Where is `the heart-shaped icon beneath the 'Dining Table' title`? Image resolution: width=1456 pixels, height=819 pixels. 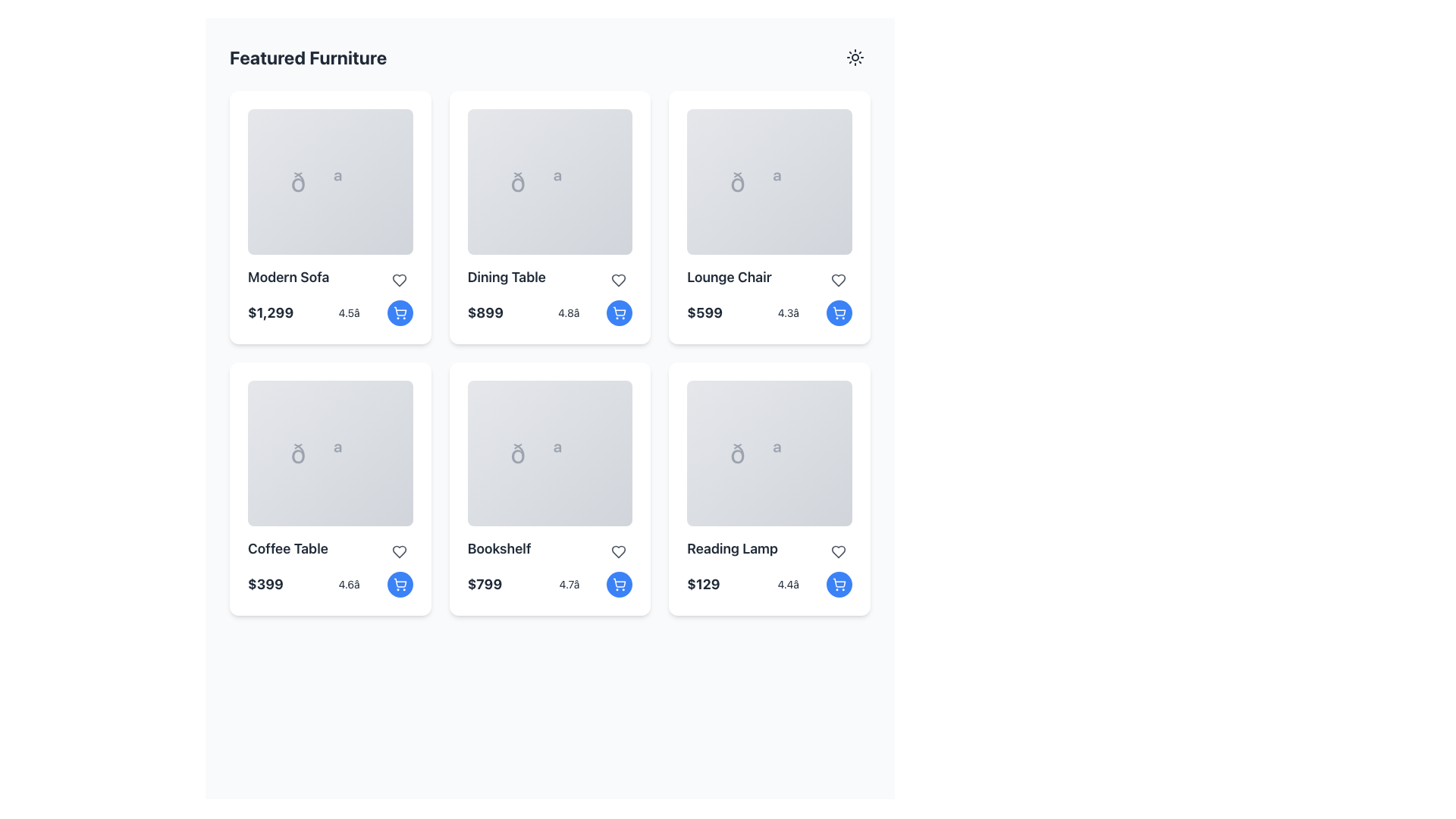
the heart-shaped icon beneath the 'Dining Table' title is located at coordinates (619, 281).